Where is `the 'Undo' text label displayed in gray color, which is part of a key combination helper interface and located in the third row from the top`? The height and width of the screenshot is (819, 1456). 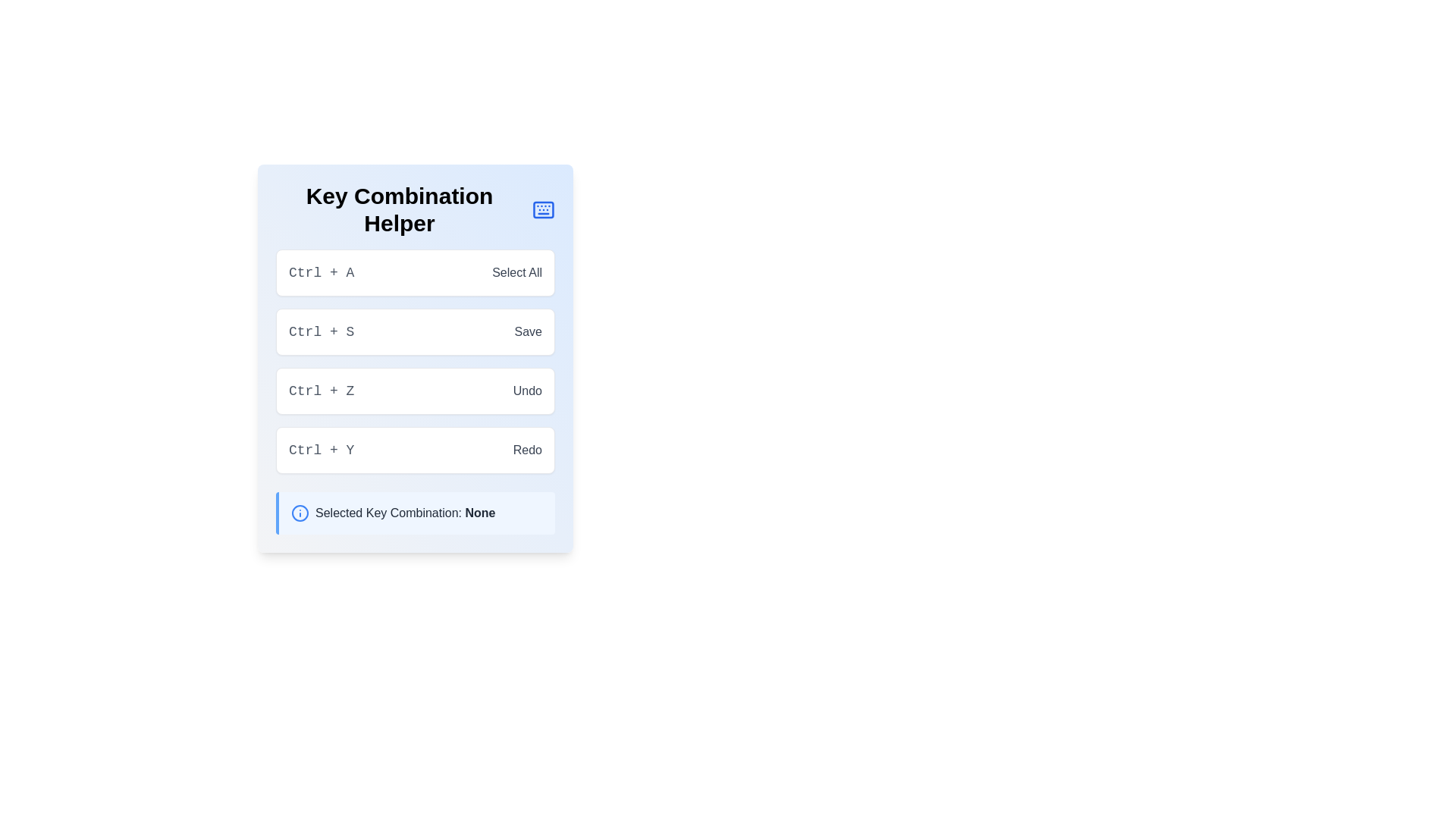
the 'Undo' text label displayed in gray color, which is part of a key combination helper interface and located in the third row from the top is located at coordinates (527, 391).